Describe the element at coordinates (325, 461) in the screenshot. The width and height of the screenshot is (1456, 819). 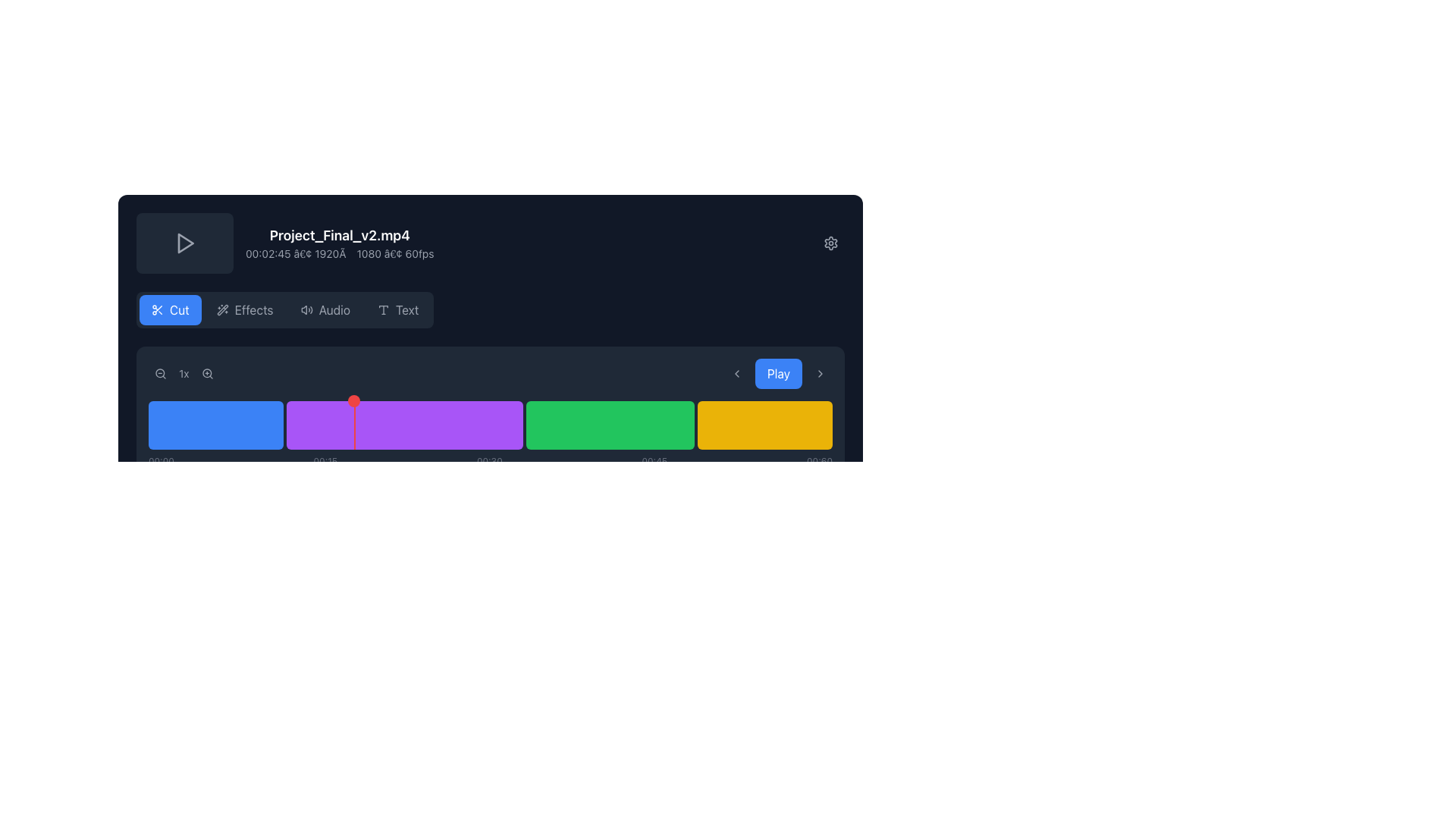
I see `the time marker text label positioned between '00:00' and '00:30' in the media timeline` at that location.